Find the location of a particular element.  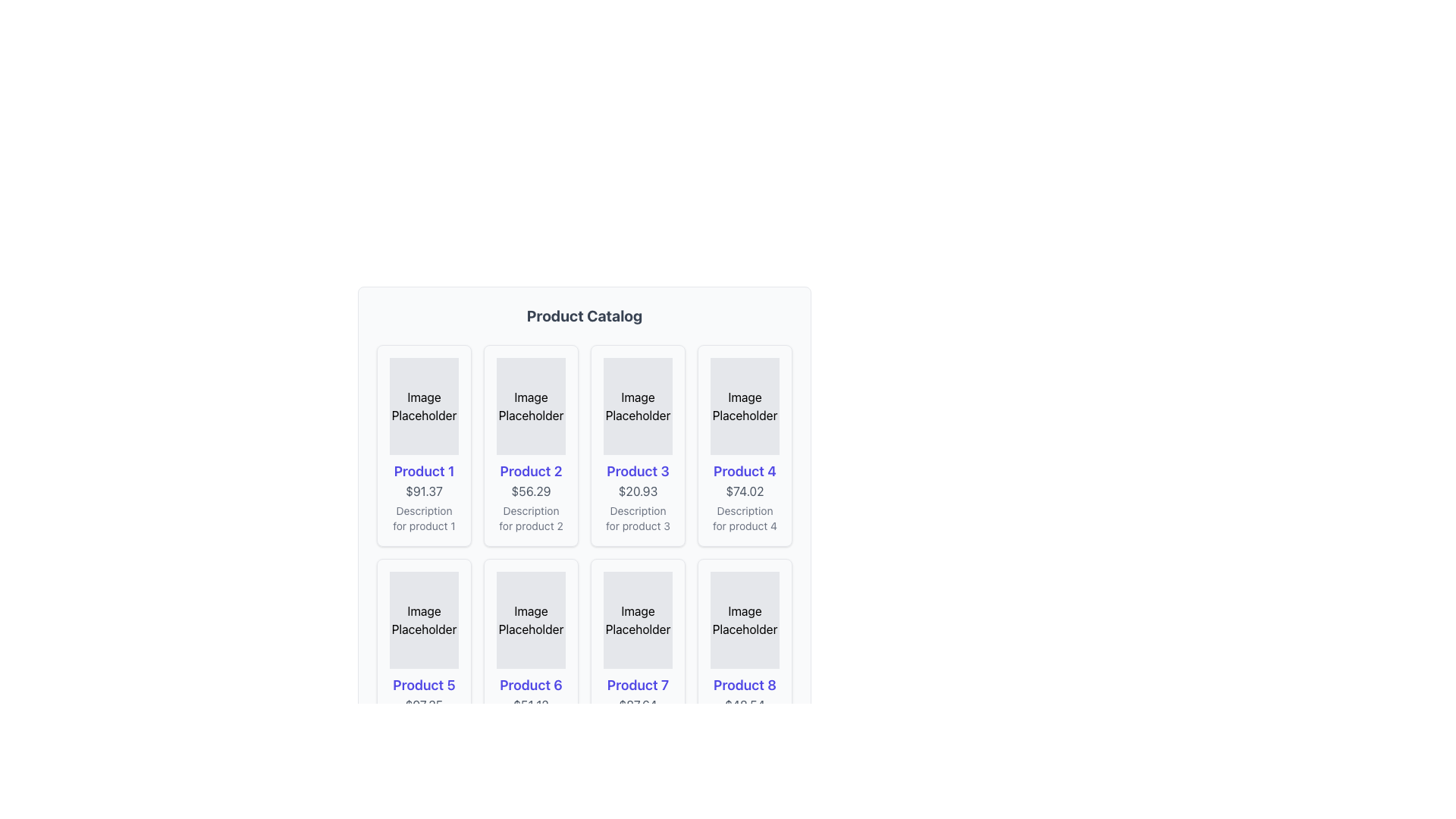

the 'Image Placeholder' element, which is a gray rectangular box with centered black text, located at the topmost section of the card for 'Product 8' is located at coordinates (745, 620).